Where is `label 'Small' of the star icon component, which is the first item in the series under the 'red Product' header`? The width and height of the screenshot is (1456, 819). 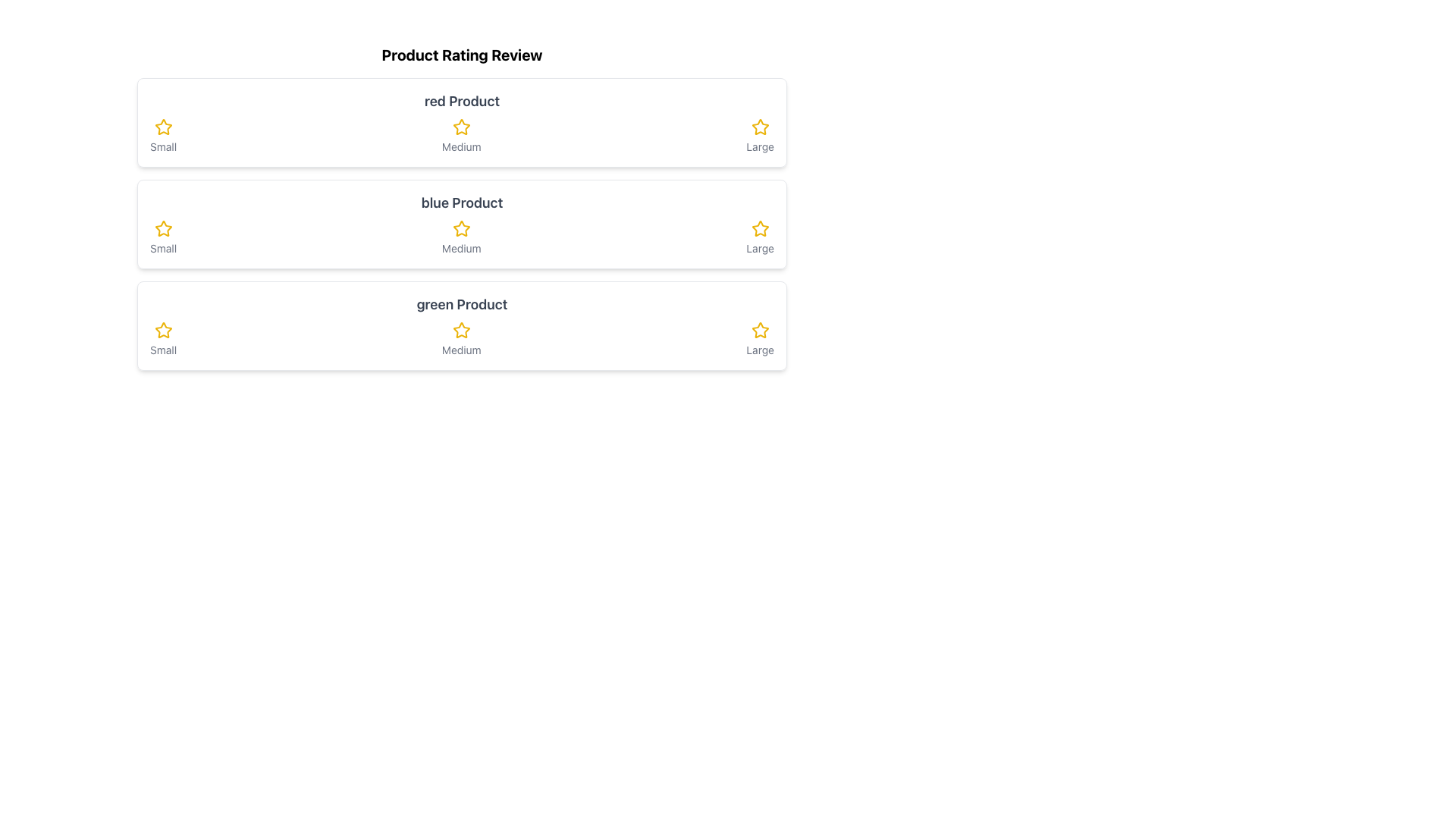 label 'Small' of the star icon component, which is the first item in the series under the 'red Product' header is located at coordinates (163, 136).